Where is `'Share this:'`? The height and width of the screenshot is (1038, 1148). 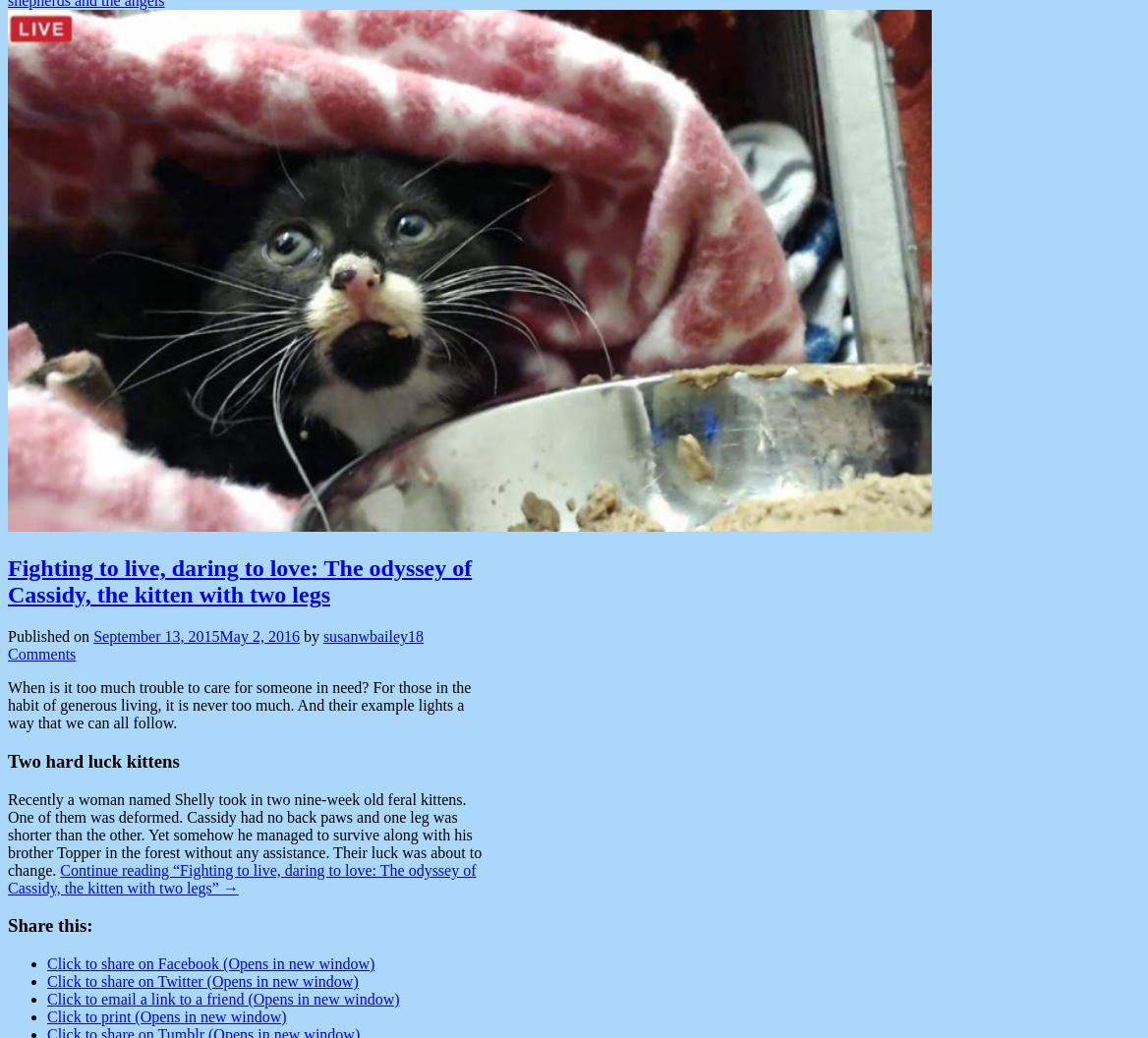
'Share this:' is located at coordinates (50, 925).